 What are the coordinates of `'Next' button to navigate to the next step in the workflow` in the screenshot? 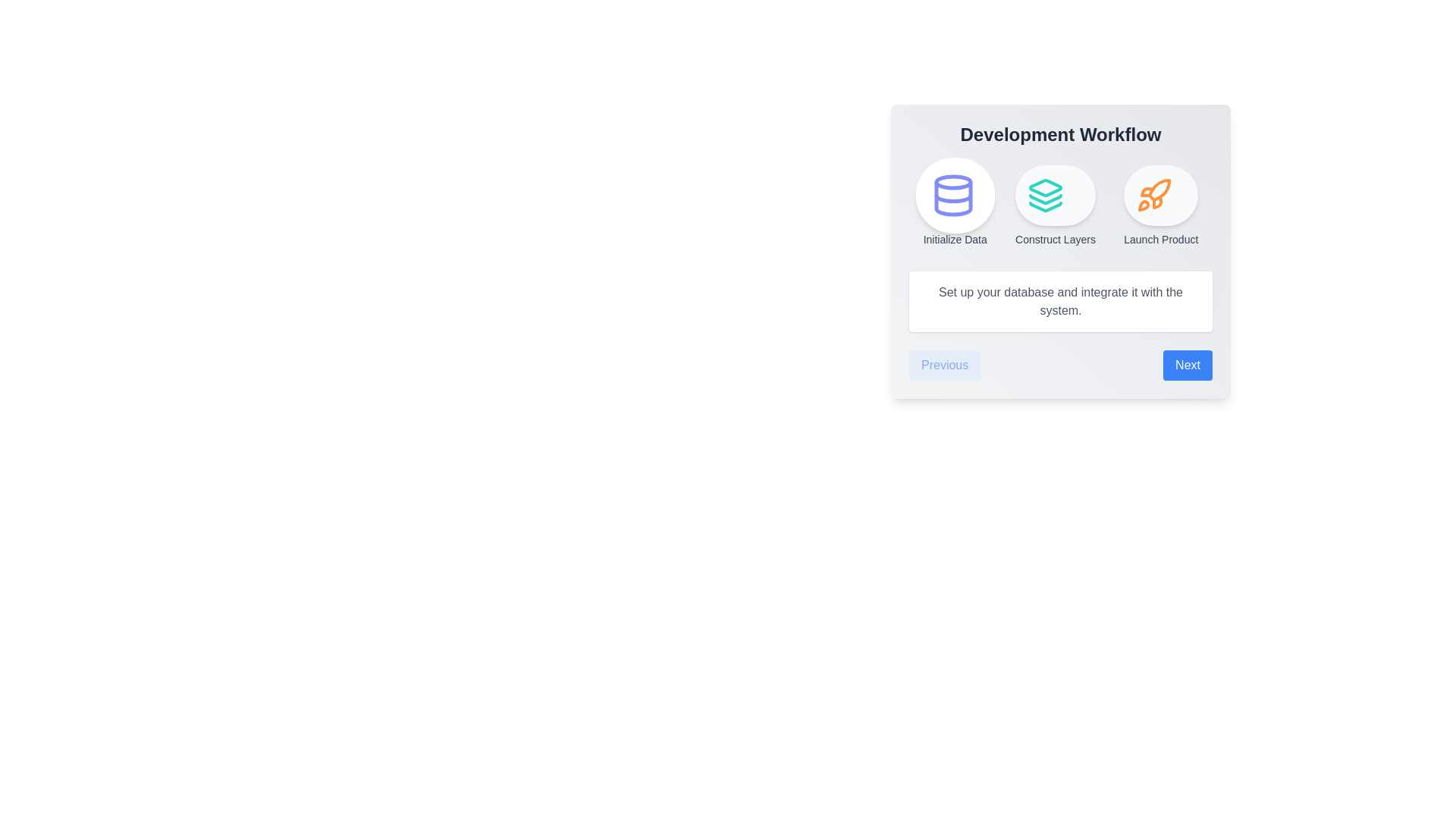 It's located at (1186, 366).